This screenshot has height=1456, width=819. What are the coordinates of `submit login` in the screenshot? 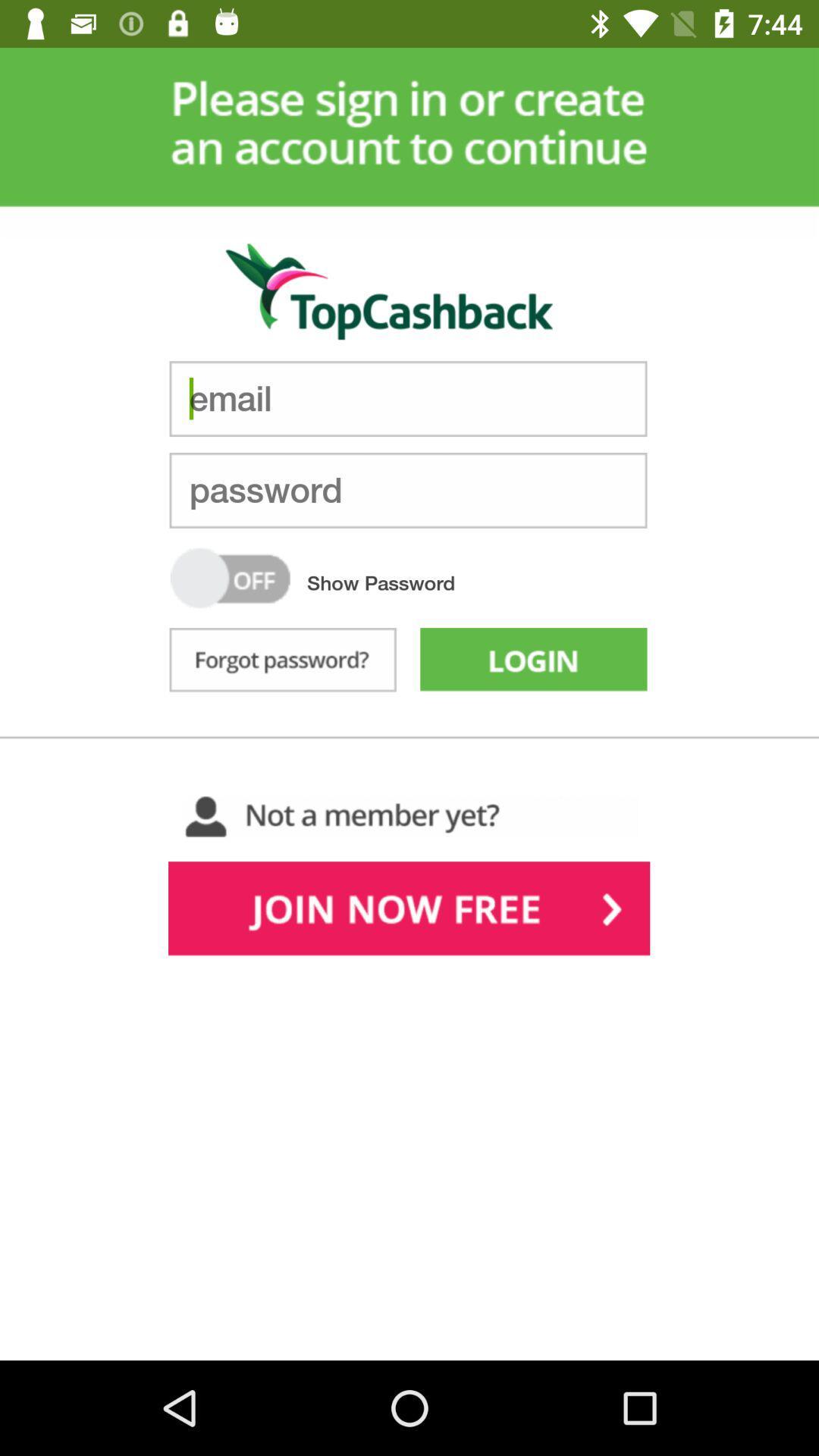 It's located at (532, 663).